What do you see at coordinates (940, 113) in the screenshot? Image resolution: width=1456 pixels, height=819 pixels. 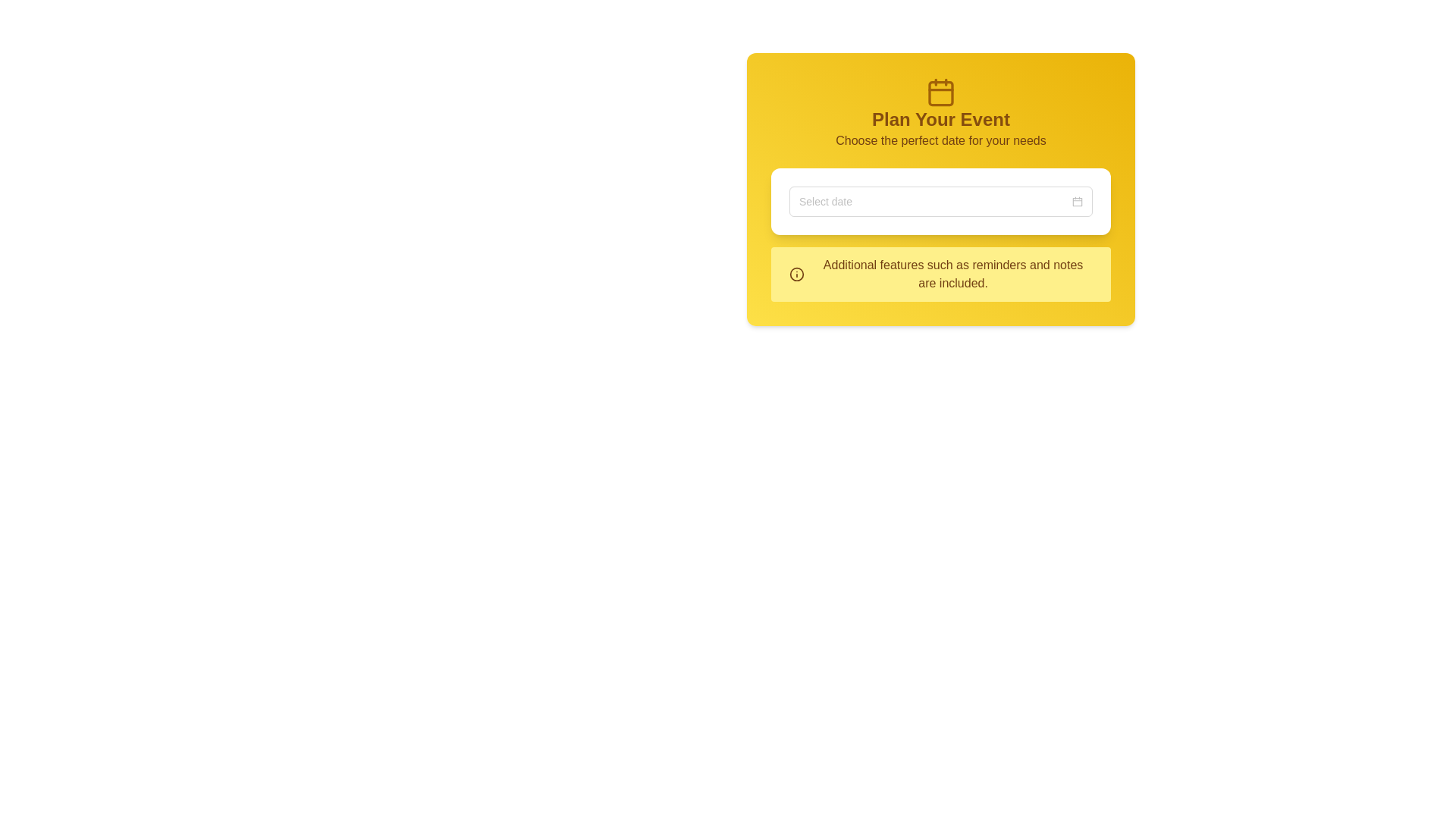 I see `the text block with the title 'Plan Your Event' and its calendar icon, which is centrally located at the top of the yellow-themed card UI section` at bounding box center [940, 113].